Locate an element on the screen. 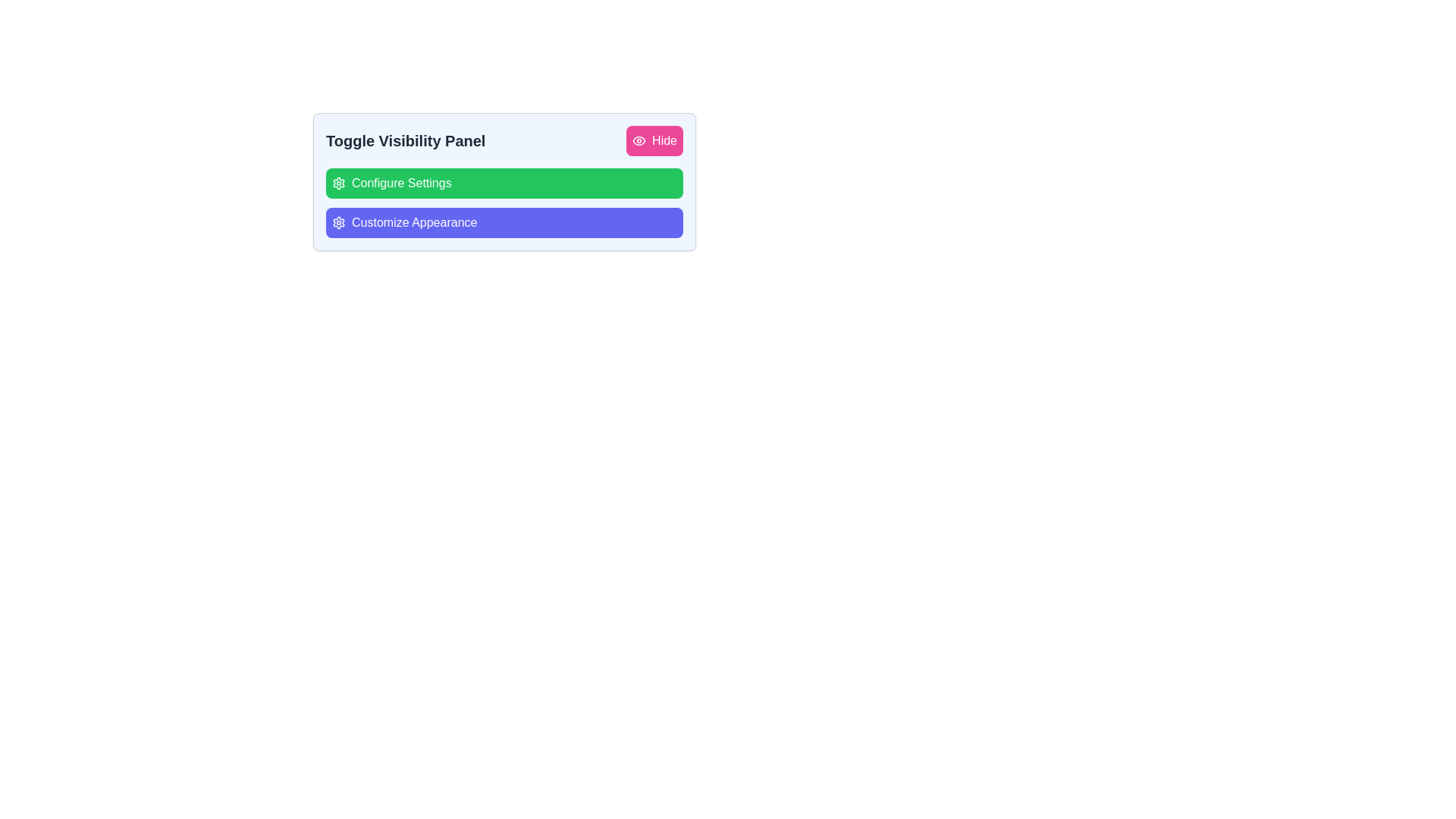  label within the button that indicates an action to hide related content, located at the top-right area of the 'Toggle Visibility Panel' section, next to an eye icon is located at coordinates (664, 140).